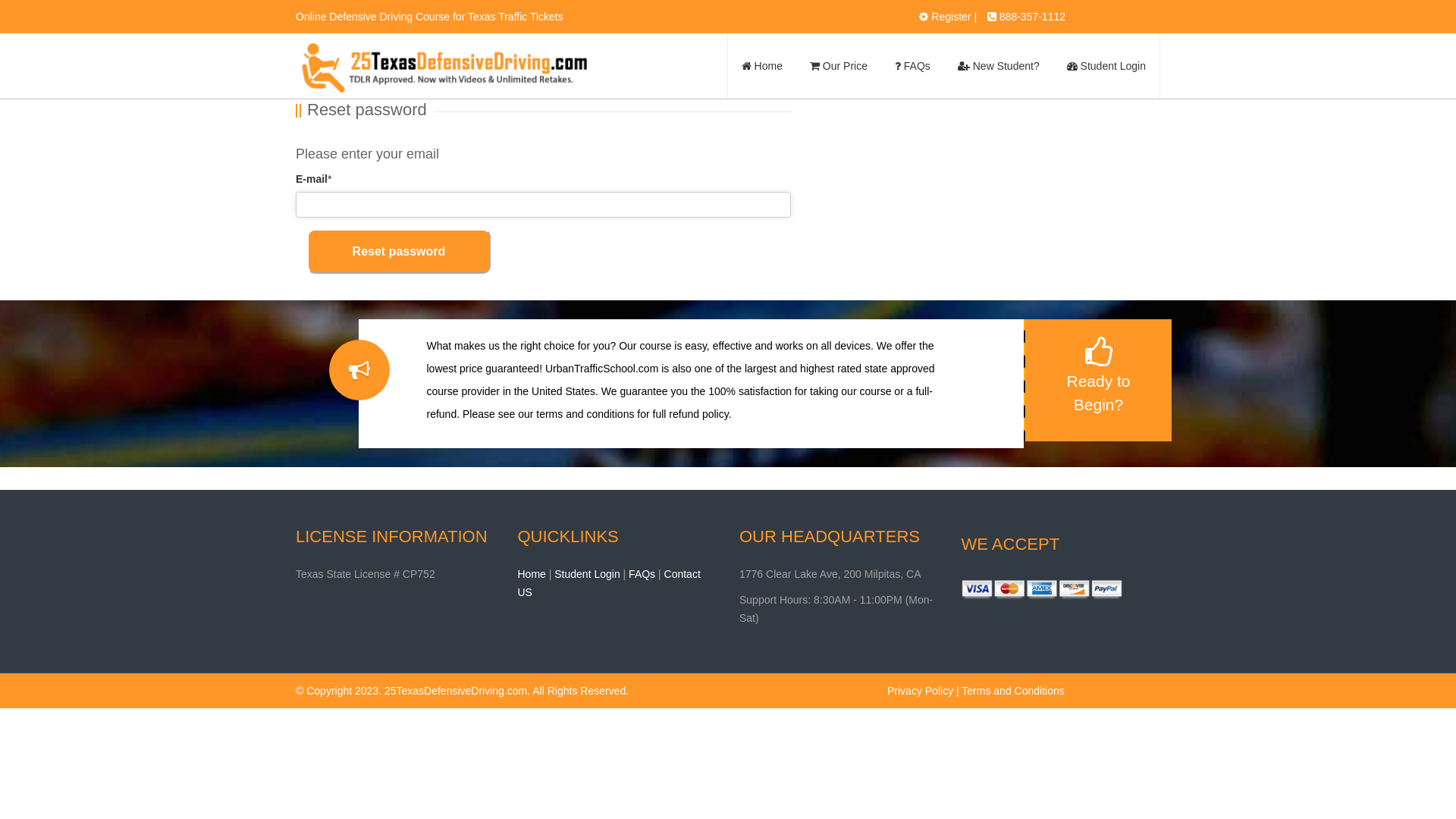  What do you see at coordinates (1097, 379) in the screenshot?
I see `'Ready to Begin?'` at bounding box center [1097, 379].